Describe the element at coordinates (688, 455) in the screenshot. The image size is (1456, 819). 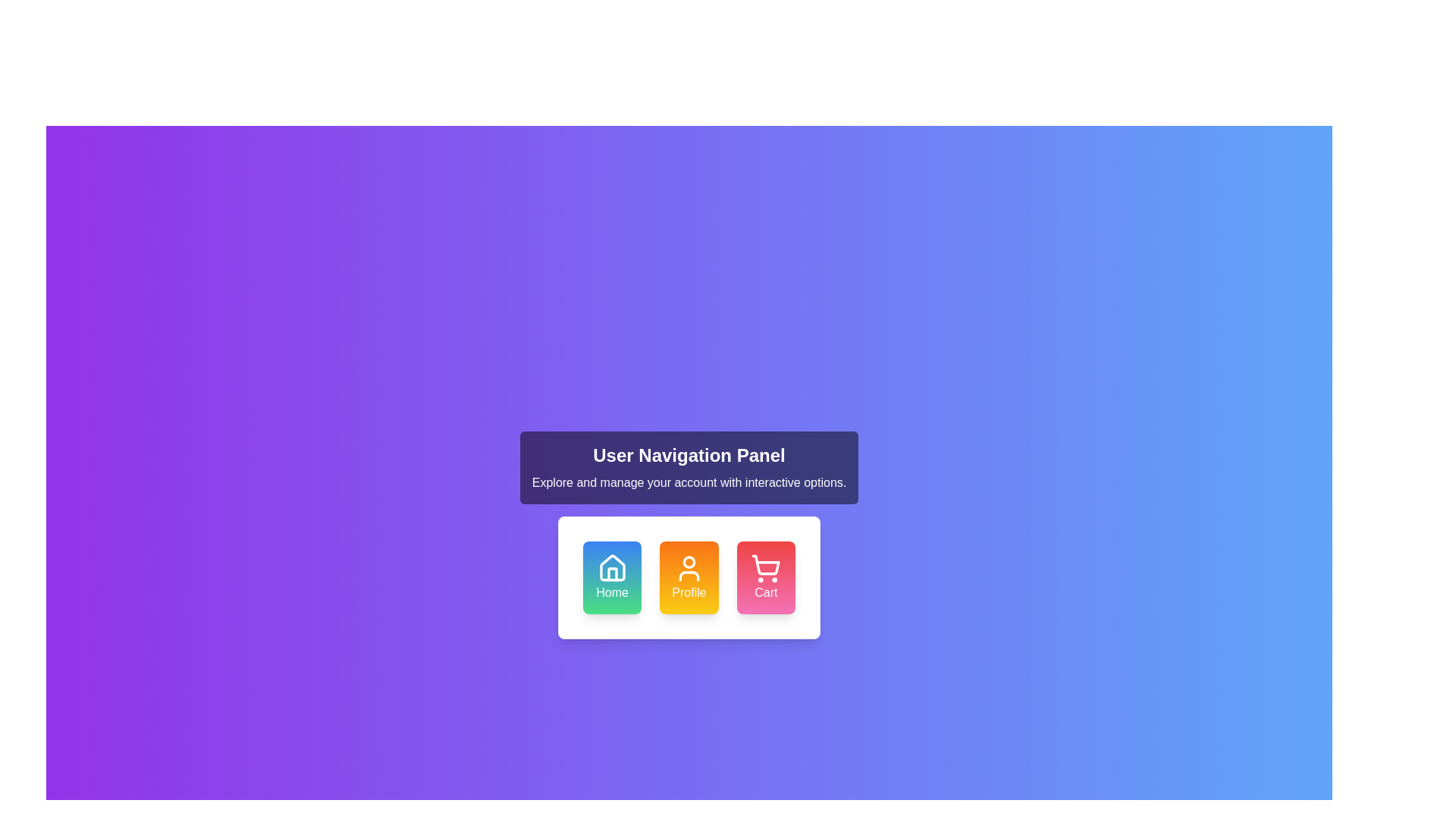
I see `text content of the Text Header displaying 'User Navigation Panel', which is a bold, large white font against a dark background, located at the top section of a dark rectangular panel` at that location.